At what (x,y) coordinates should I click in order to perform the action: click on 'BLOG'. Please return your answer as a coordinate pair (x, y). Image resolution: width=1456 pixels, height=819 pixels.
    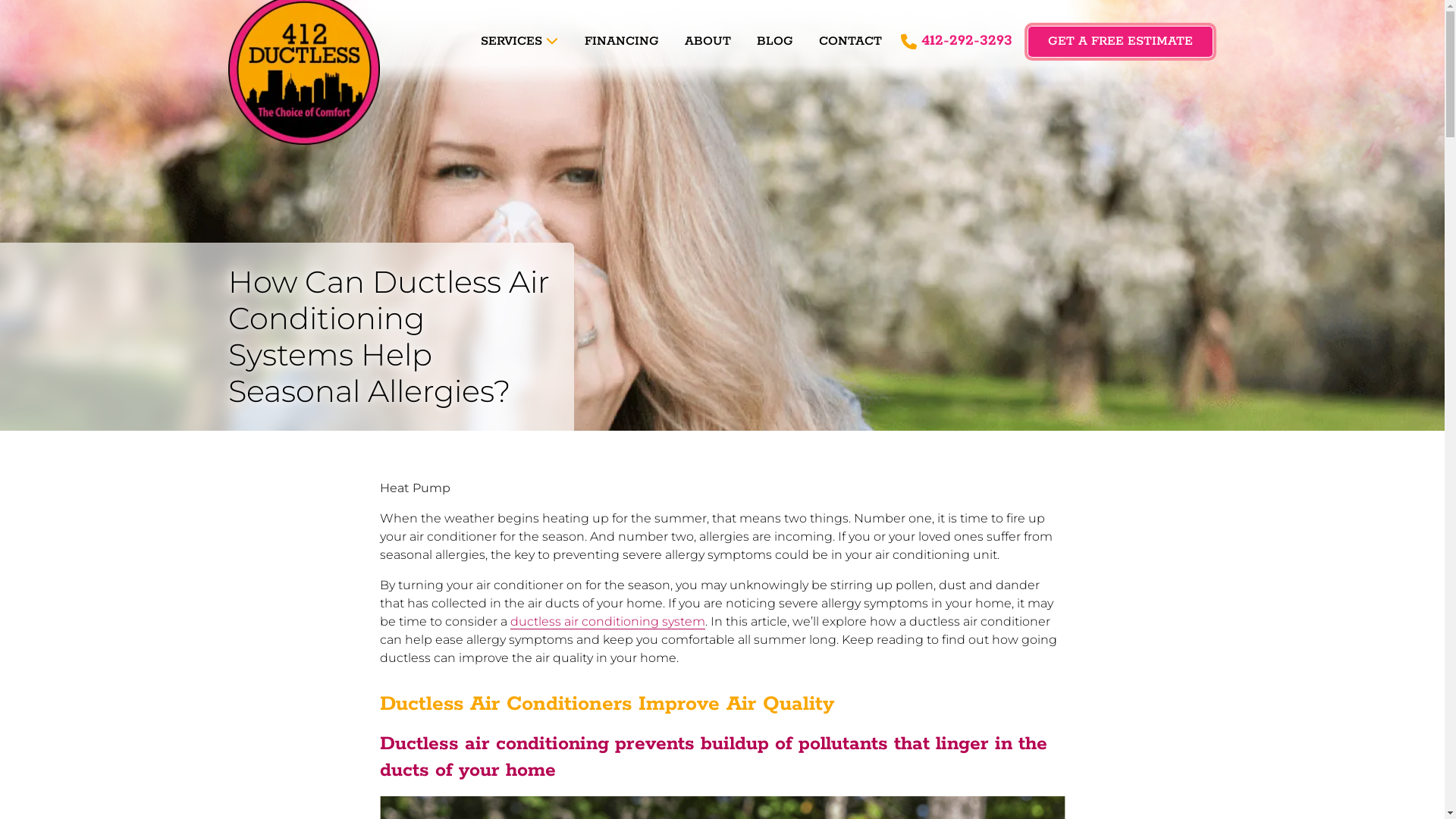
    Looking at the image, I should click on (775, 41).